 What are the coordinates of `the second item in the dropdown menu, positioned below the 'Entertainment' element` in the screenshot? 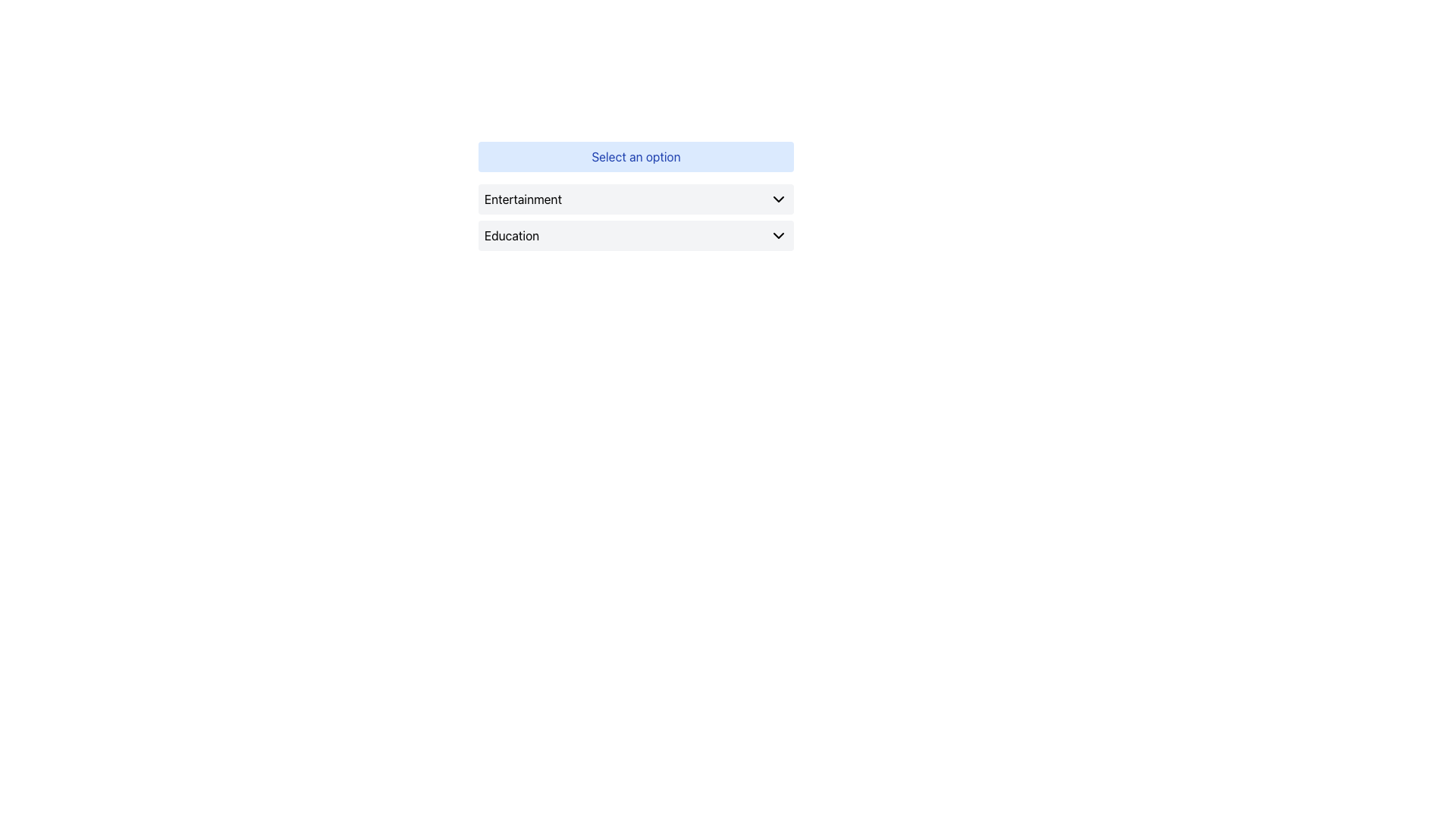 It's located at (636, 236).